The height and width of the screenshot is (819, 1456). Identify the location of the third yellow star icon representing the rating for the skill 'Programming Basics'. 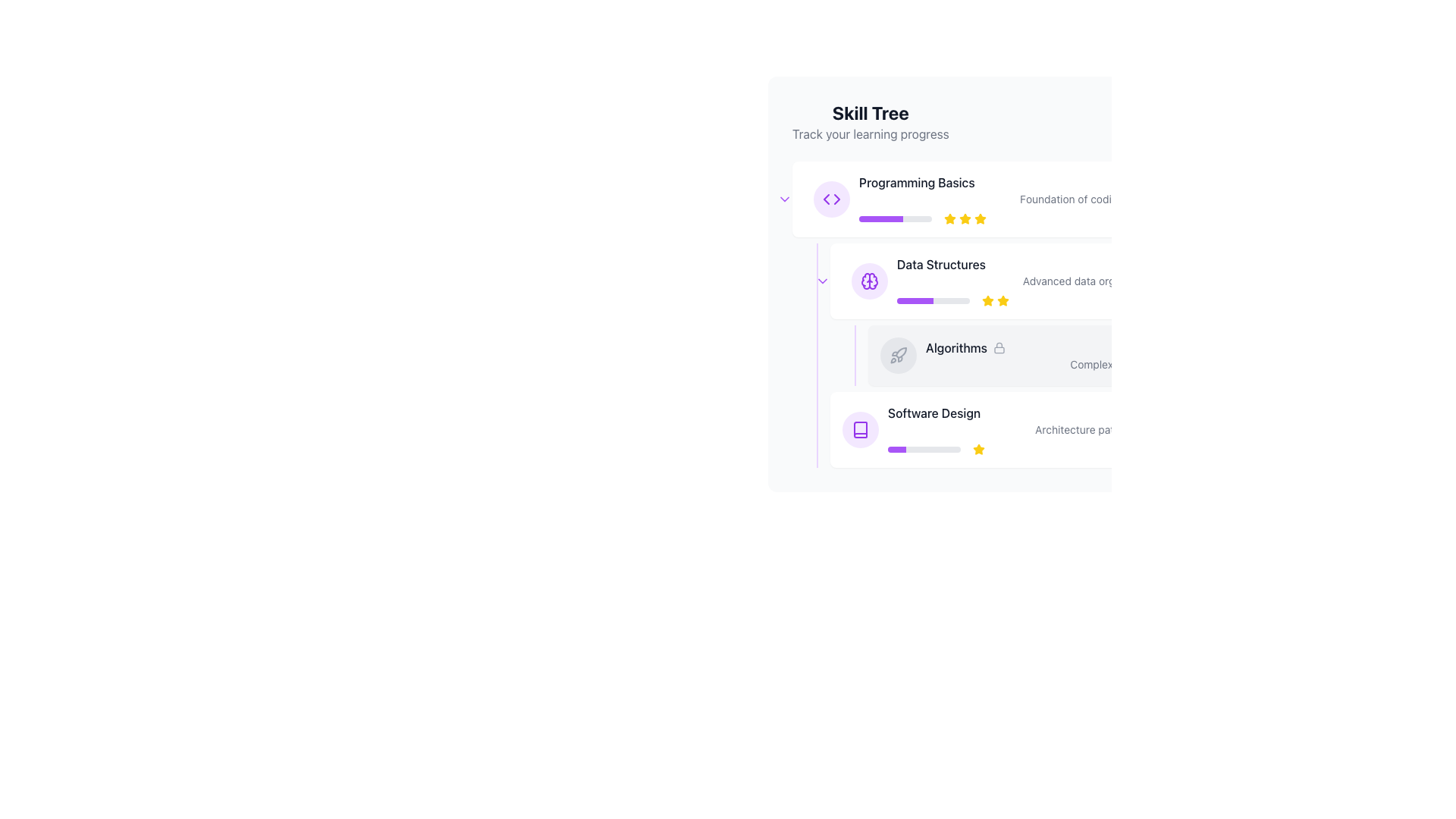
(980, 218).